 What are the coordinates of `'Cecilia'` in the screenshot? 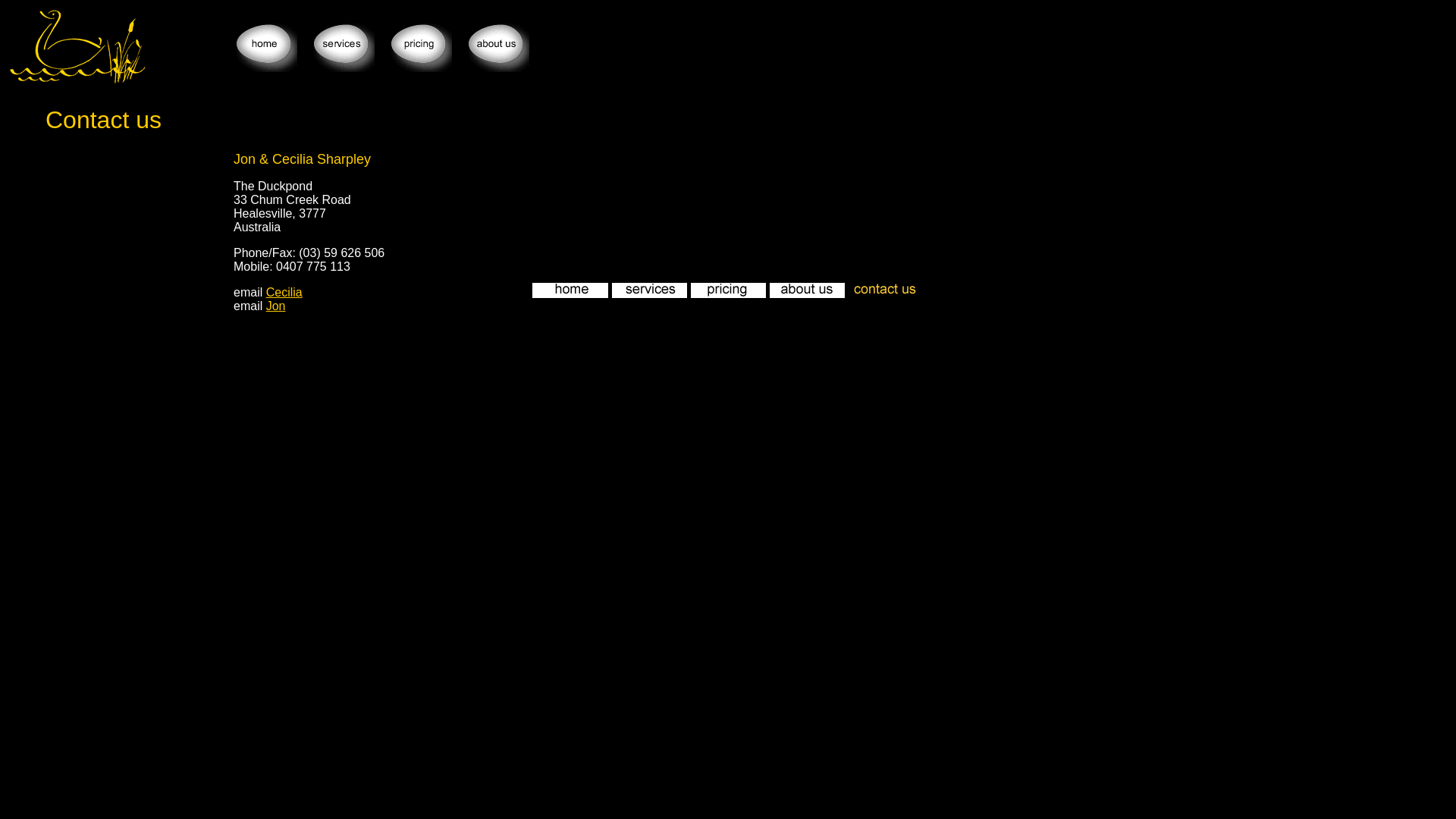 It's located at (284, 292).